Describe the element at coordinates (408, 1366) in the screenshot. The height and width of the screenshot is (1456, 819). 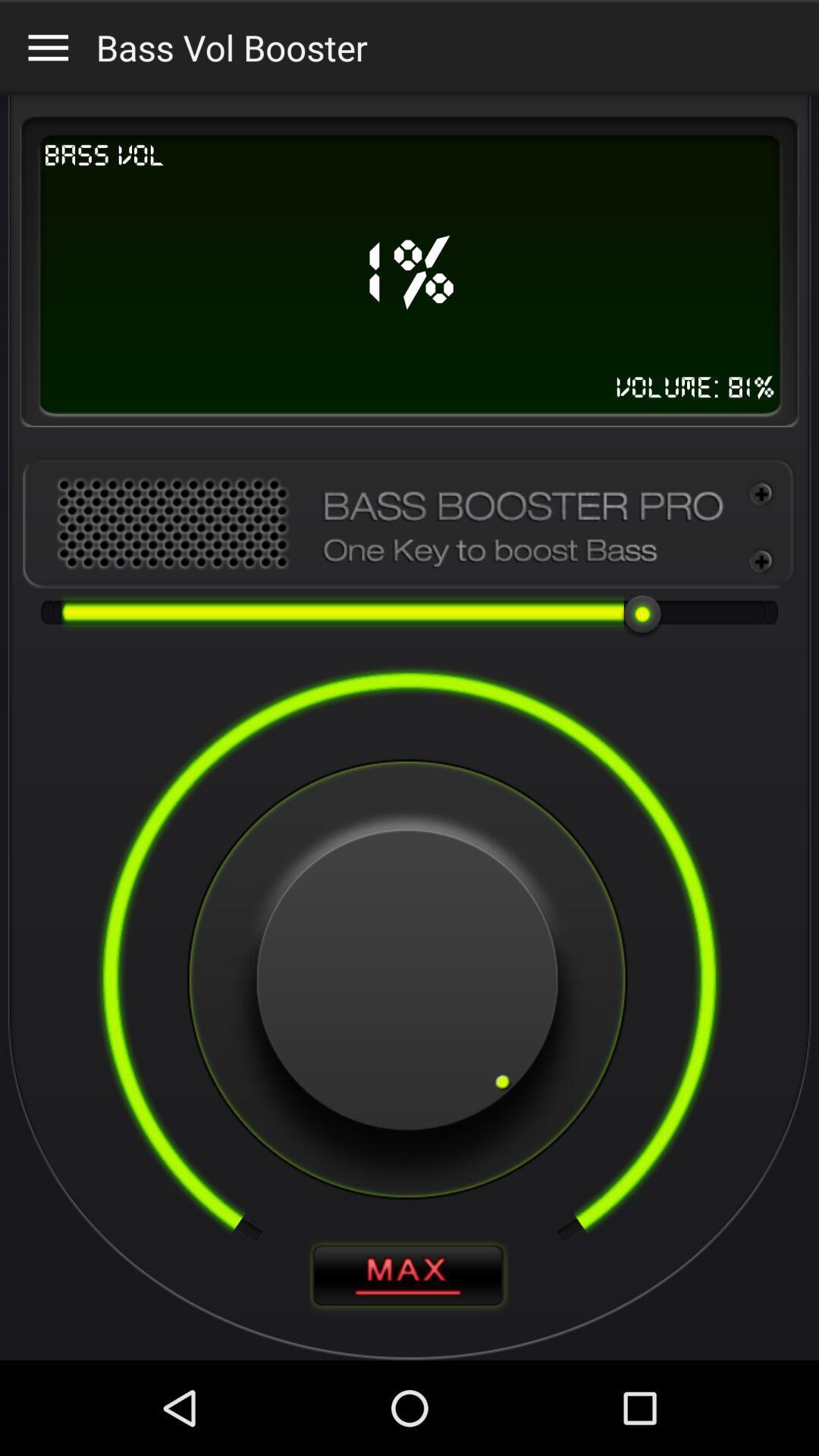
I see `the book icon` at that location.